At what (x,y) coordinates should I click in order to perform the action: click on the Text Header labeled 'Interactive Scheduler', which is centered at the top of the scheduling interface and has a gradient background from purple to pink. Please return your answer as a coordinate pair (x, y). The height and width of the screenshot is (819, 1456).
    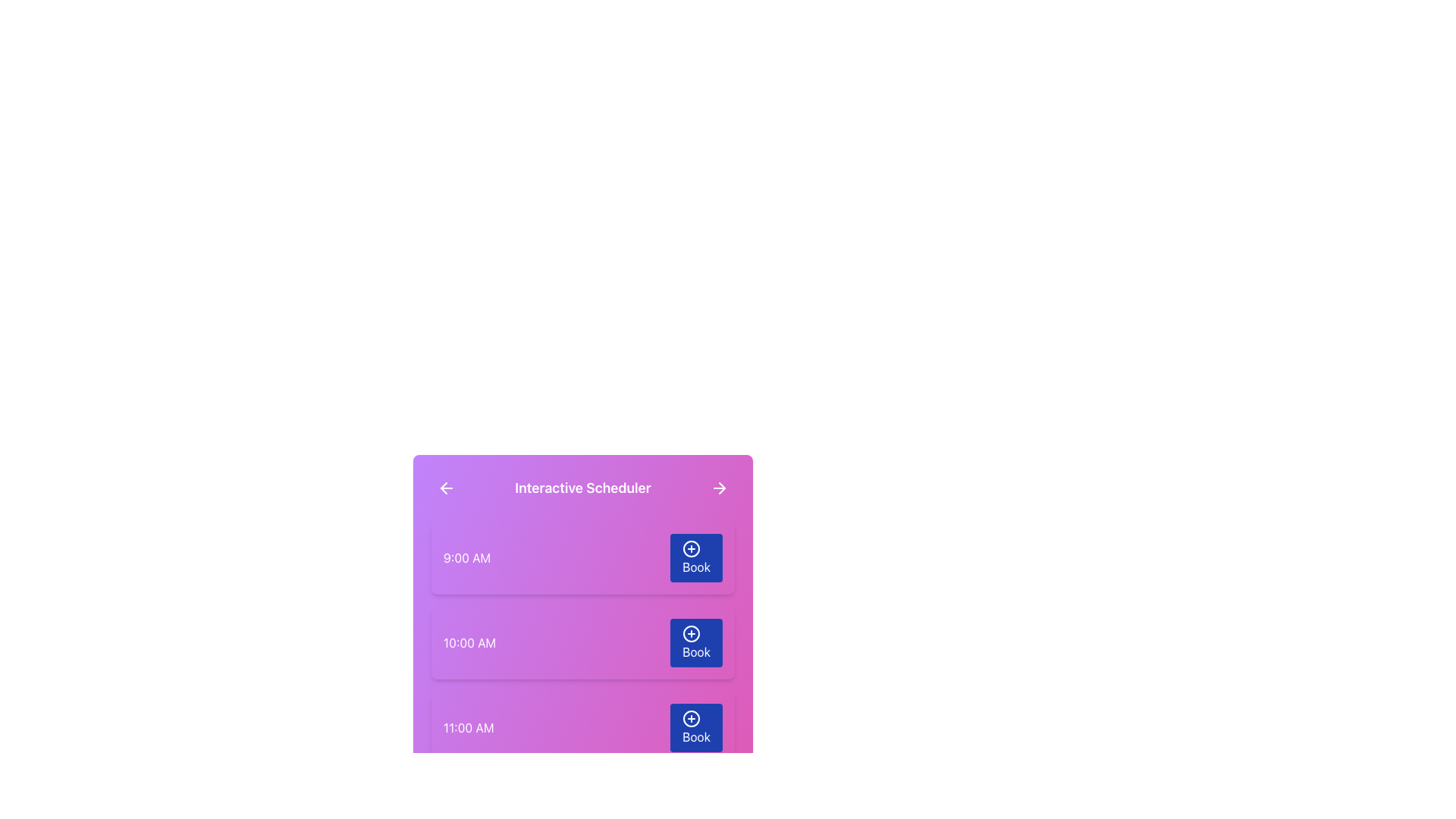
    Looking at the image, I should click on (582, 488).